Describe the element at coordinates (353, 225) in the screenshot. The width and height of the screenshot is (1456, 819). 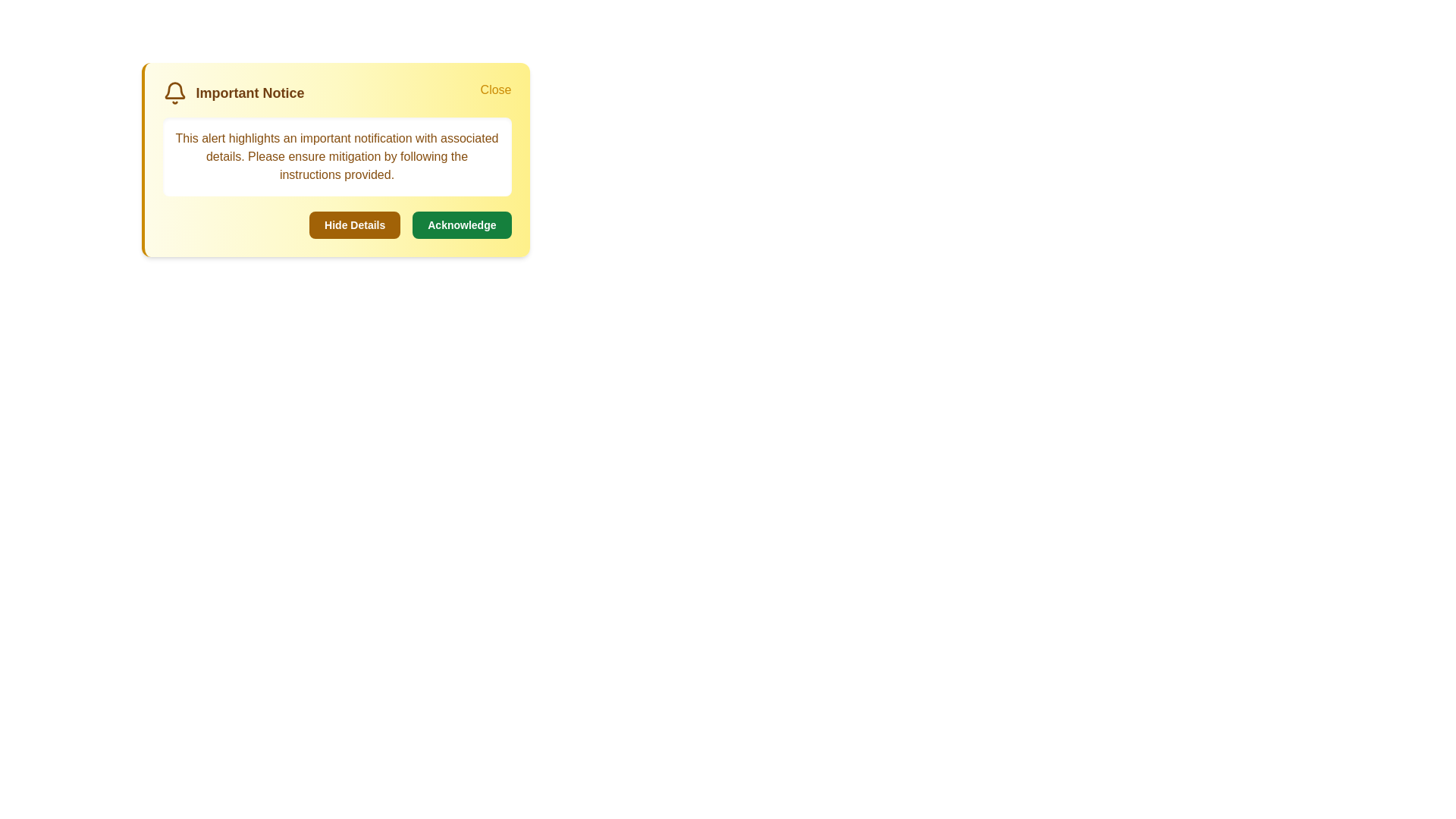
I see `'Hide Details' button to toggle the visibility of the details section` at that location.